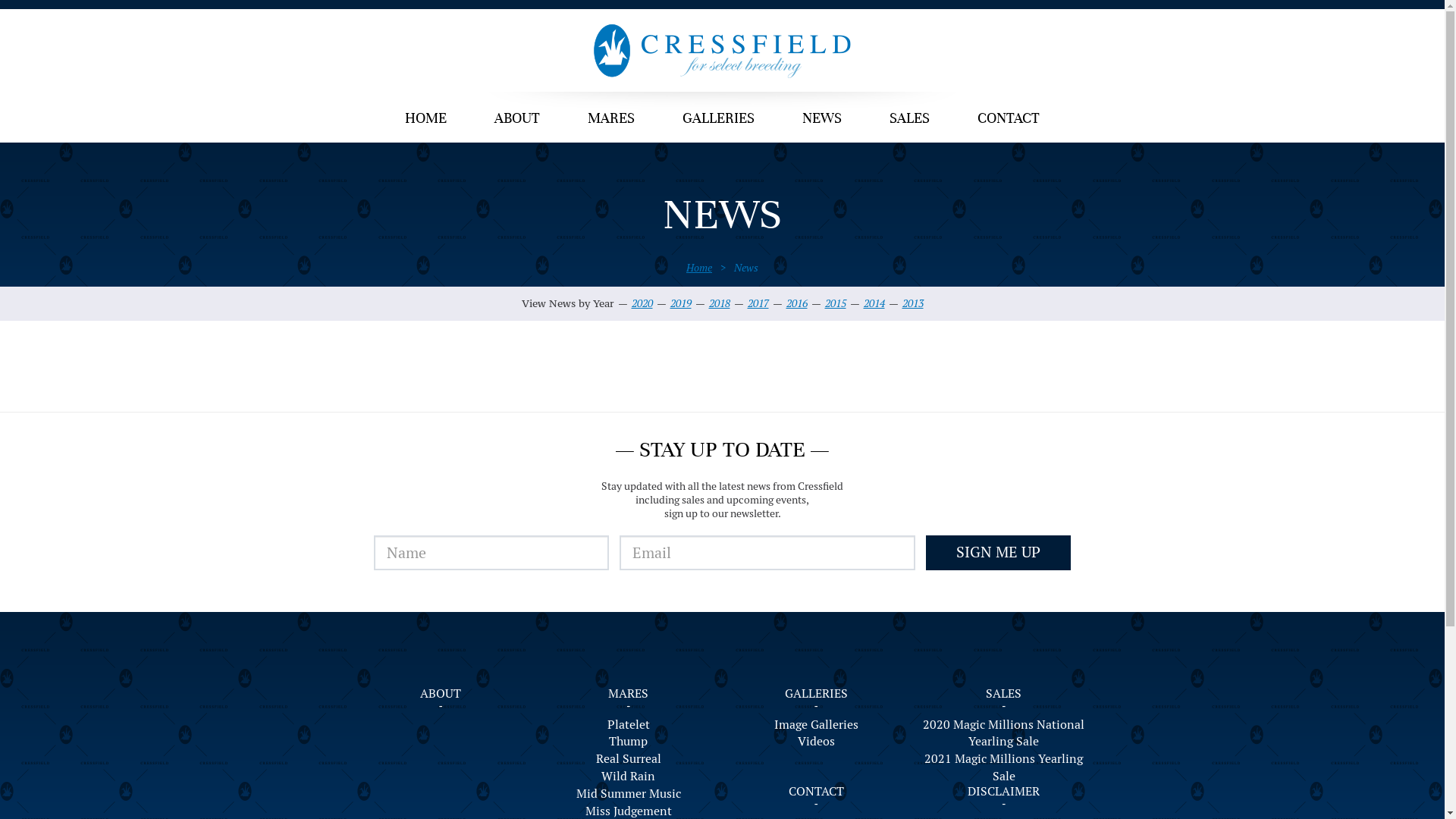 Image resolution: width=1456 pixels, height=819 pixels. I want to click on '2018', so click(718, 303).